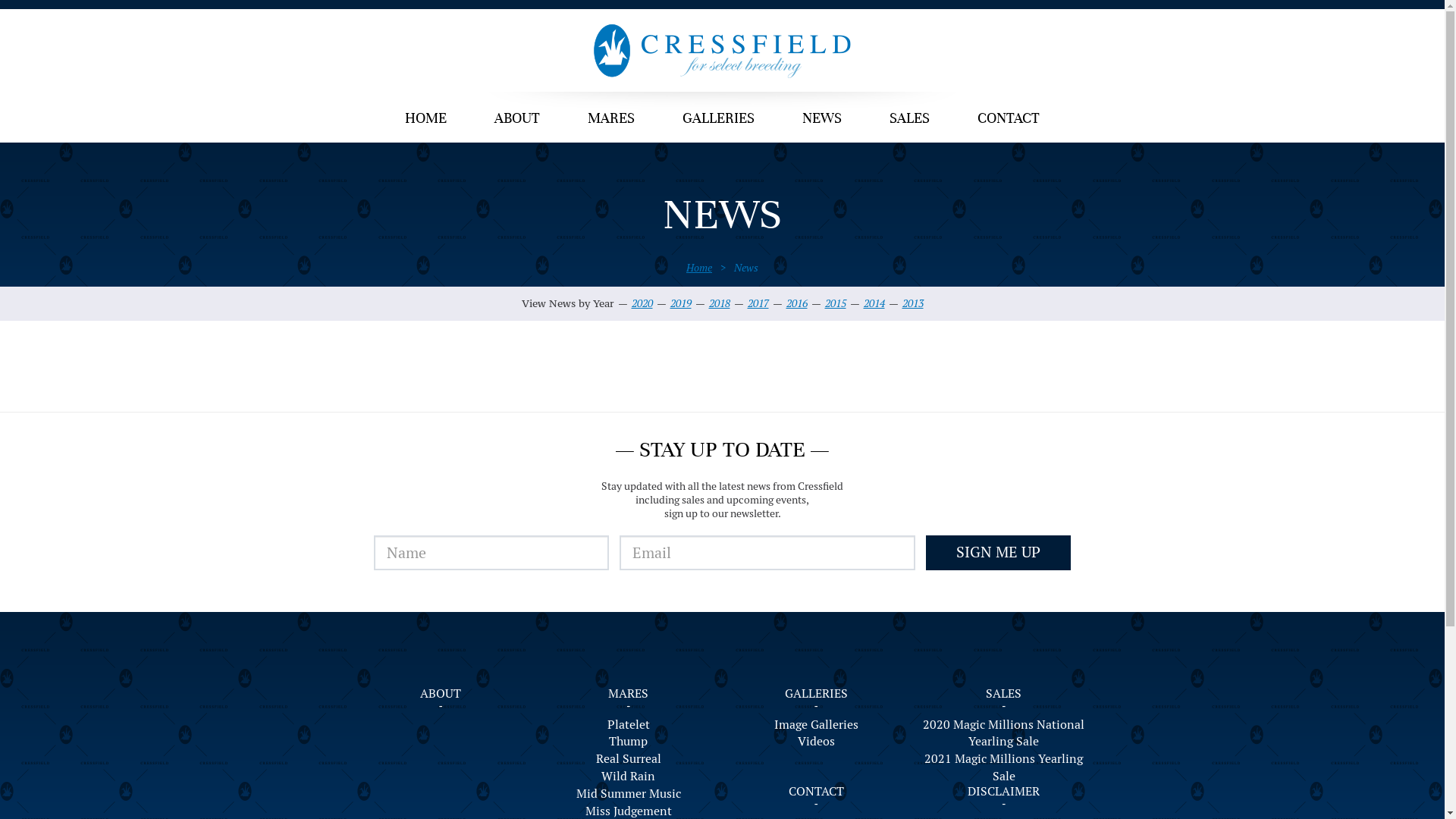 Image resolution: width=1456 pixels, height=819 pixels. I want to click on '2018', so click(718, 303).